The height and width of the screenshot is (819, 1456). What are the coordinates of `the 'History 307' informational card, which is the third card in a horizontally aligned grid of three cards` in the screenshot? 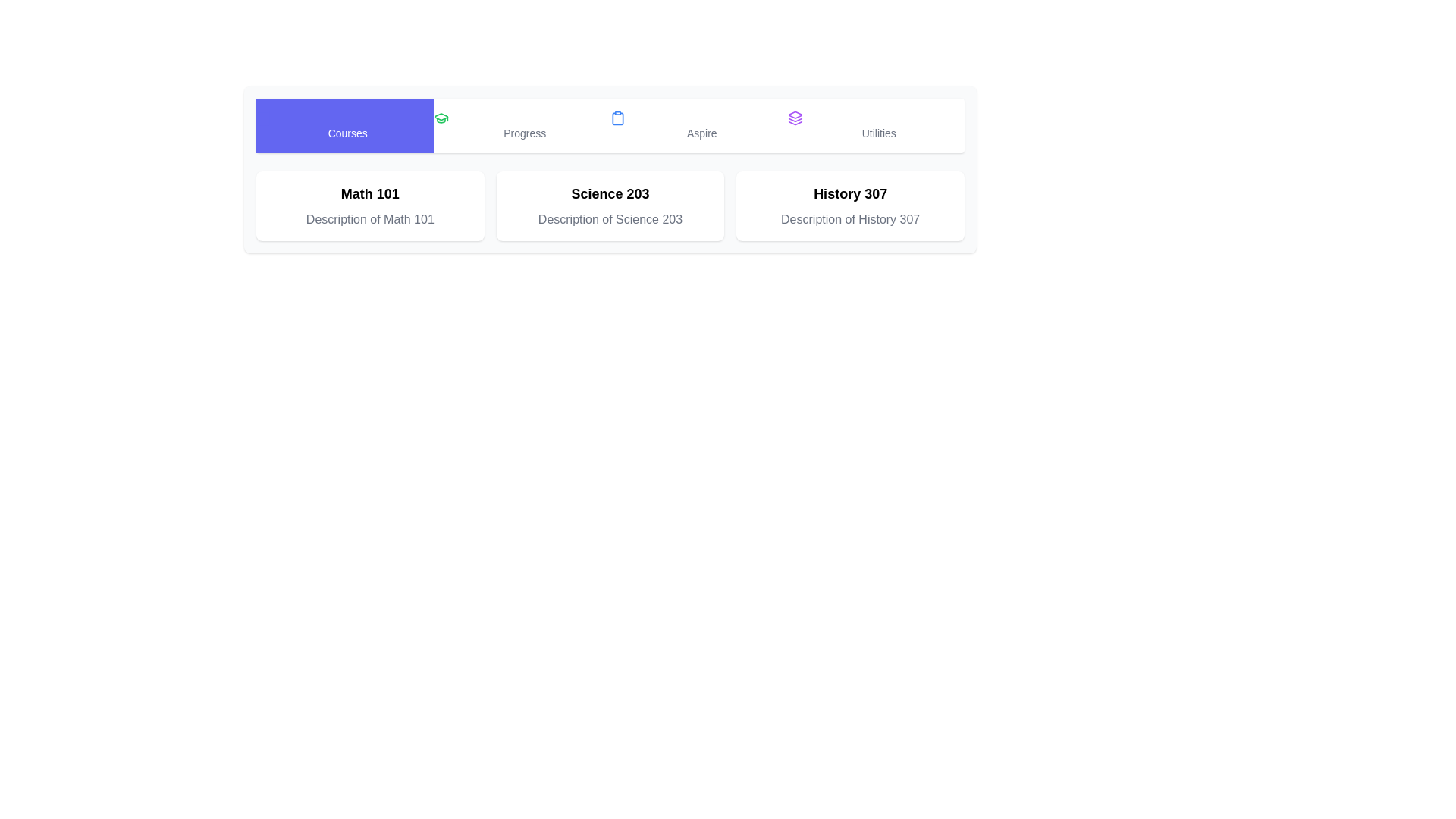 It's located at (850, 206).